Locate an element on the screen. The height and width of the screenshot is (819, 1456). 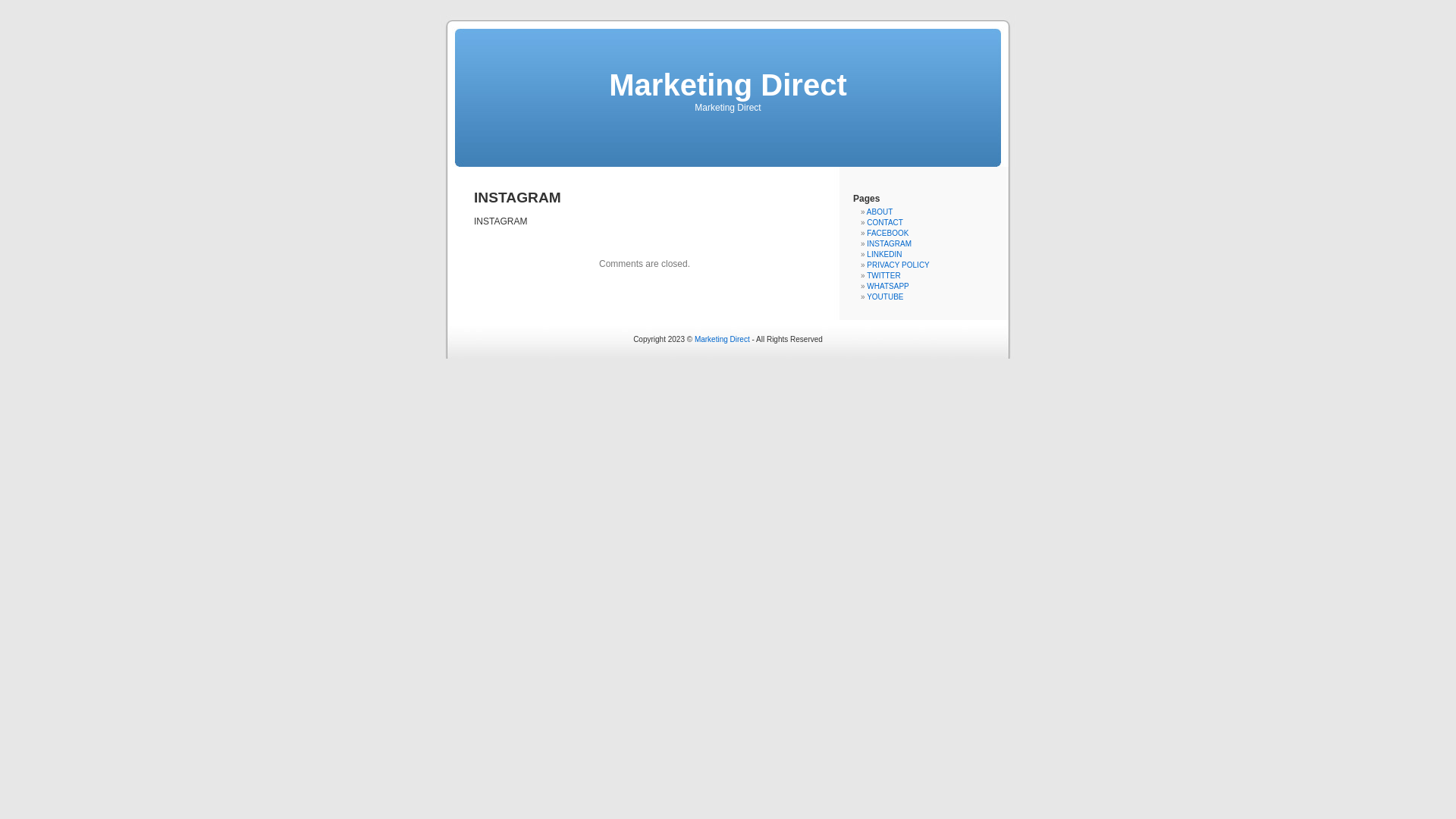
'WHATSAPP' is located at coordinates (866, 286).